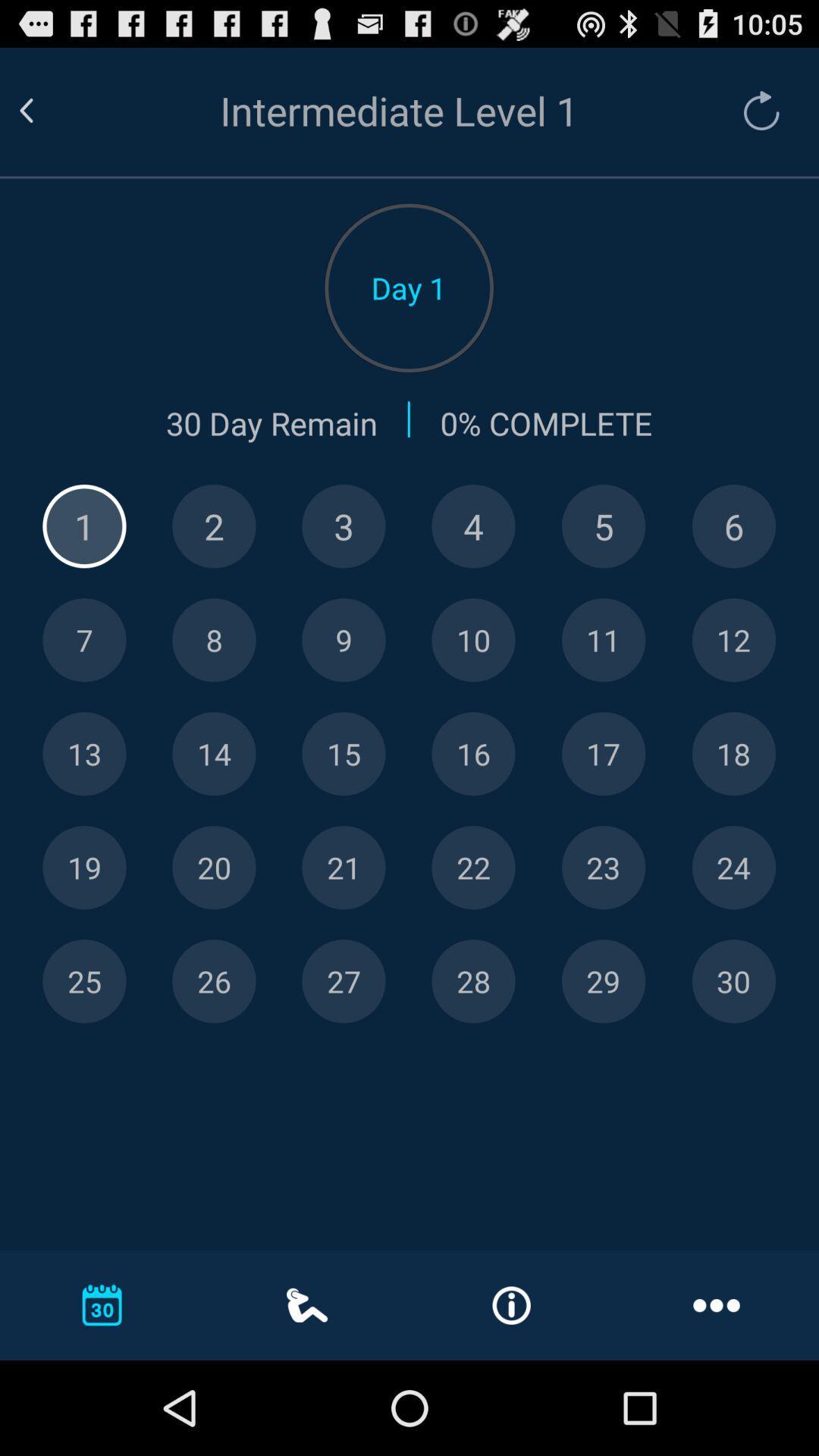 This screenshot has width=819, height=1456. What do you see at coordinates (214, 640) in the screenshot?
I see `choose day` at bounding box center [214, 640].